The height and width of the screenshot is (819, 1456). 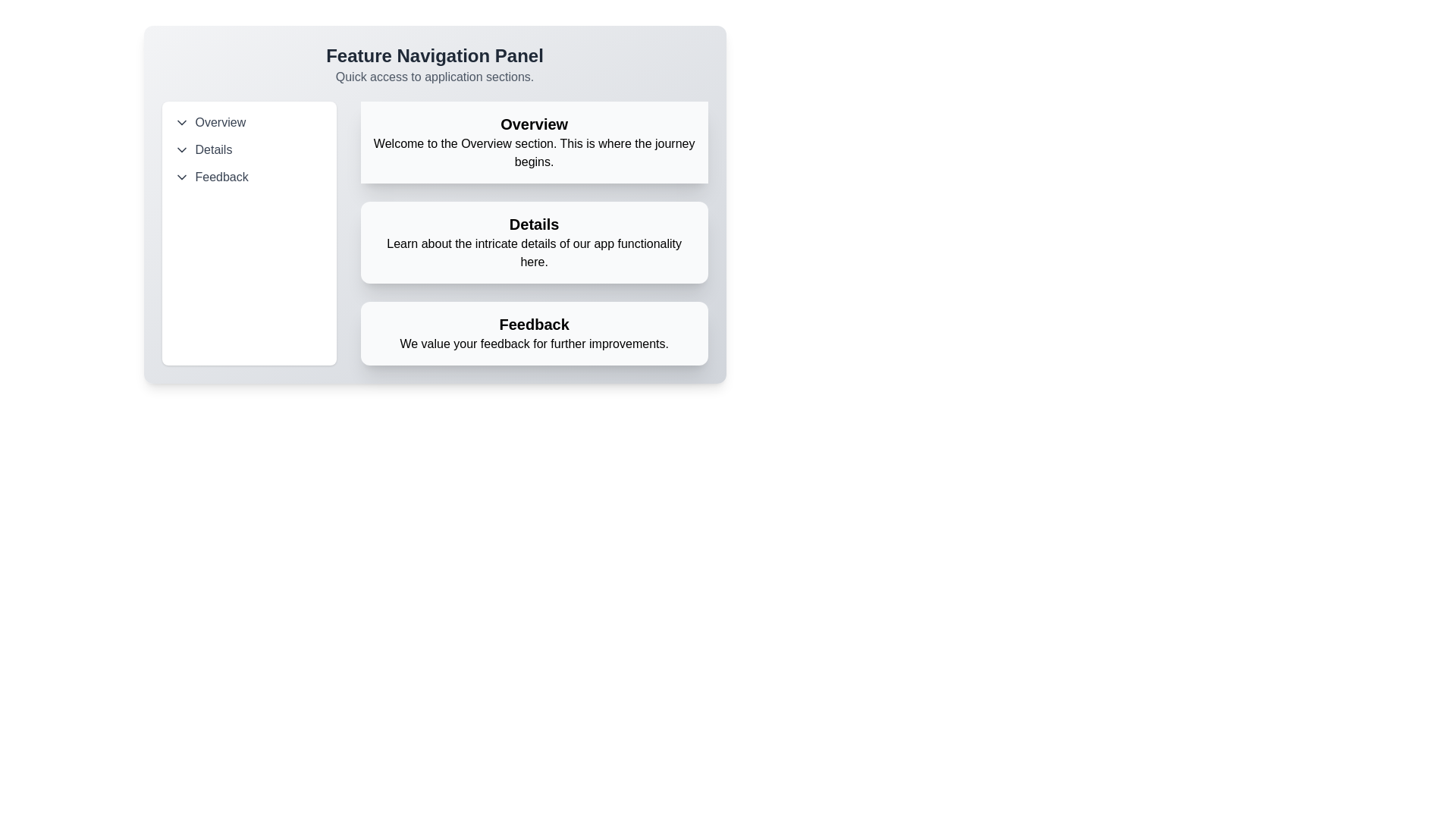 What do you see at coordinates (534, 234) in the screenshot?
I see `text contained in the 'Details' section of the Informational panel, which features a white background and rounded corners, positioned between 'Overview' and 'Feedback'` at bounding box center [534, 234].